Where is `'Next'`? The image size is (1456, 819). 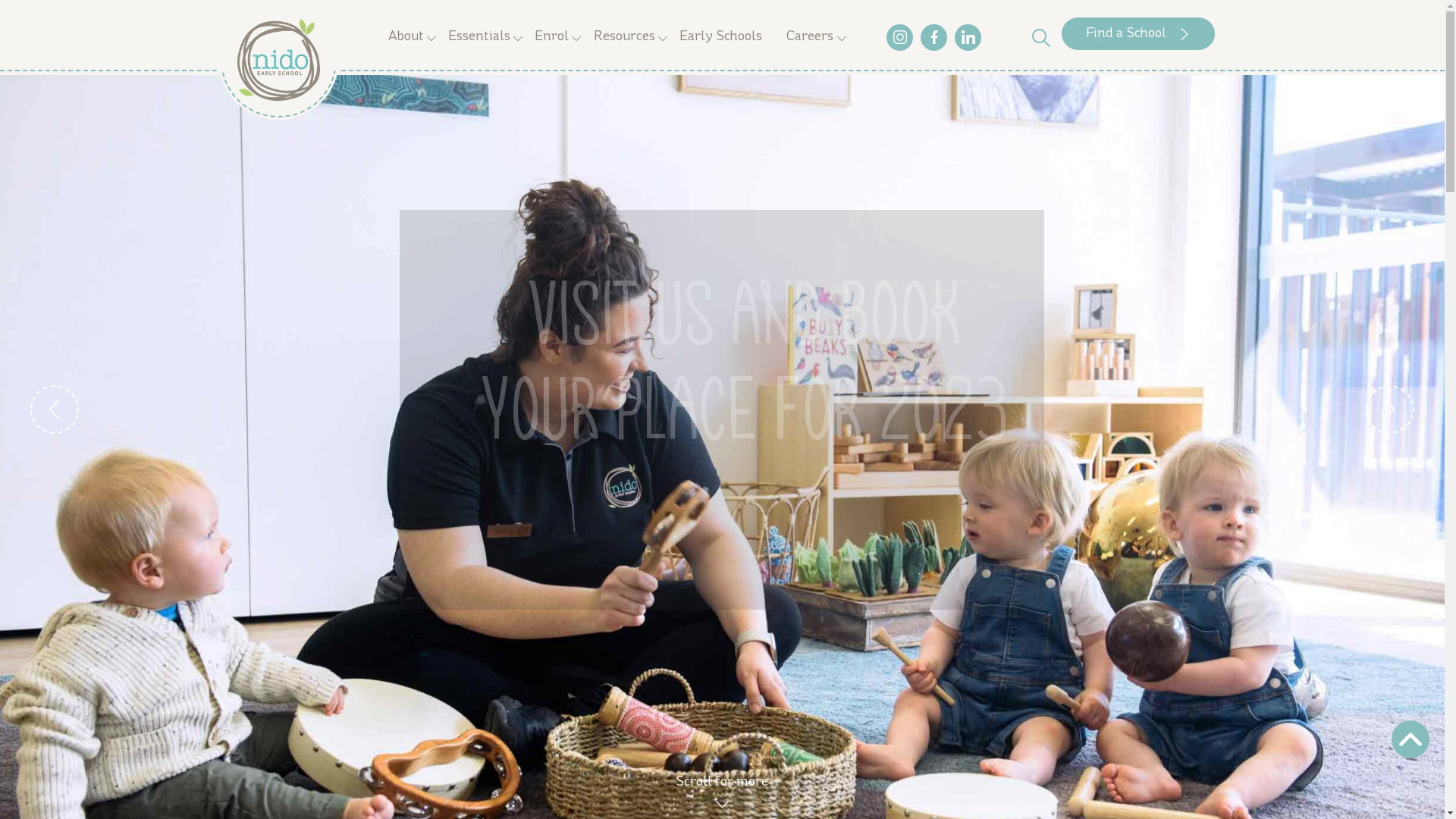 'Next' is located at coordinates (1389, 409).